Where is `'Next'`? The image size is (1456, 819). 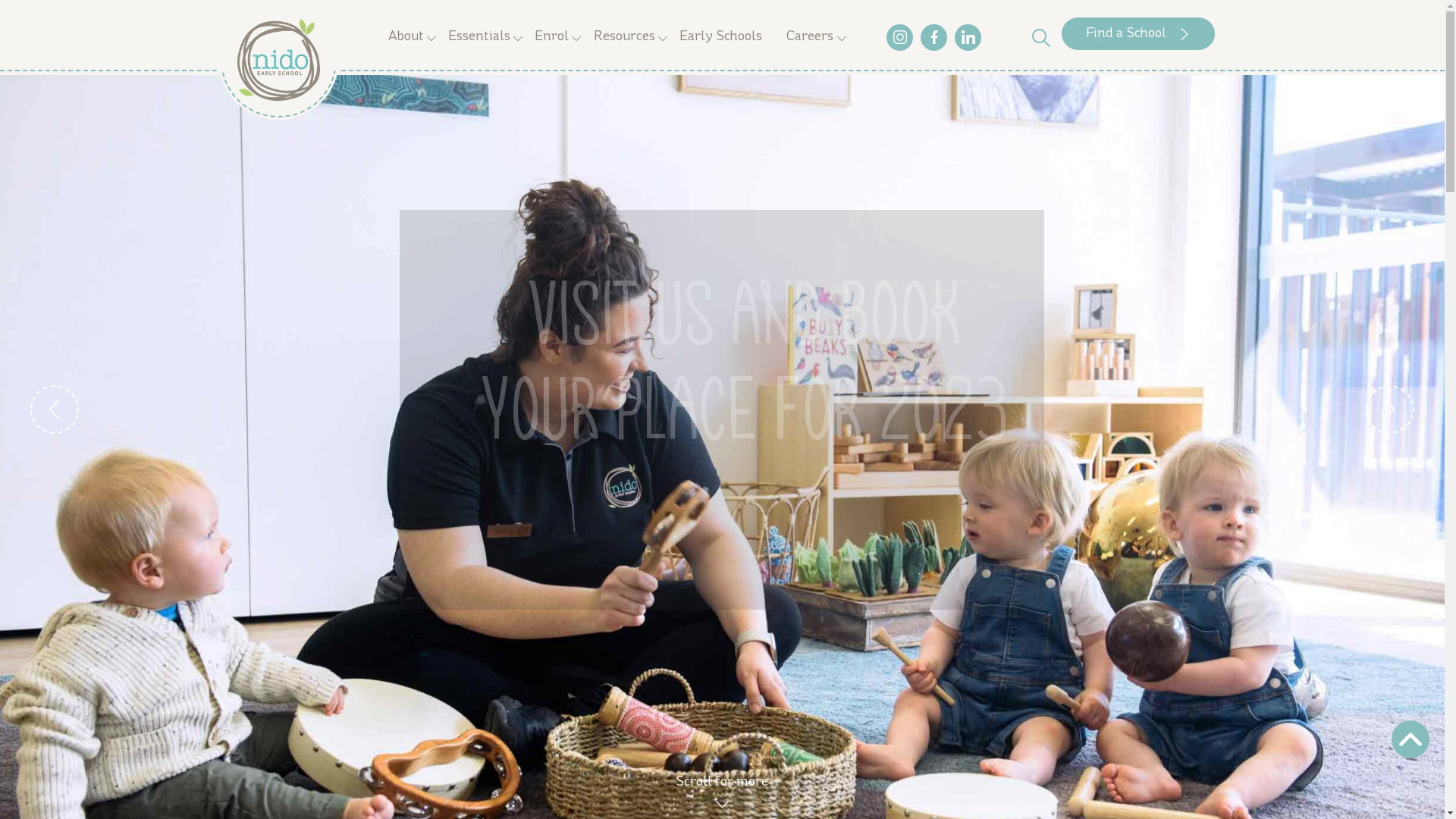 'Next' is located at coordinates (1389, 409).